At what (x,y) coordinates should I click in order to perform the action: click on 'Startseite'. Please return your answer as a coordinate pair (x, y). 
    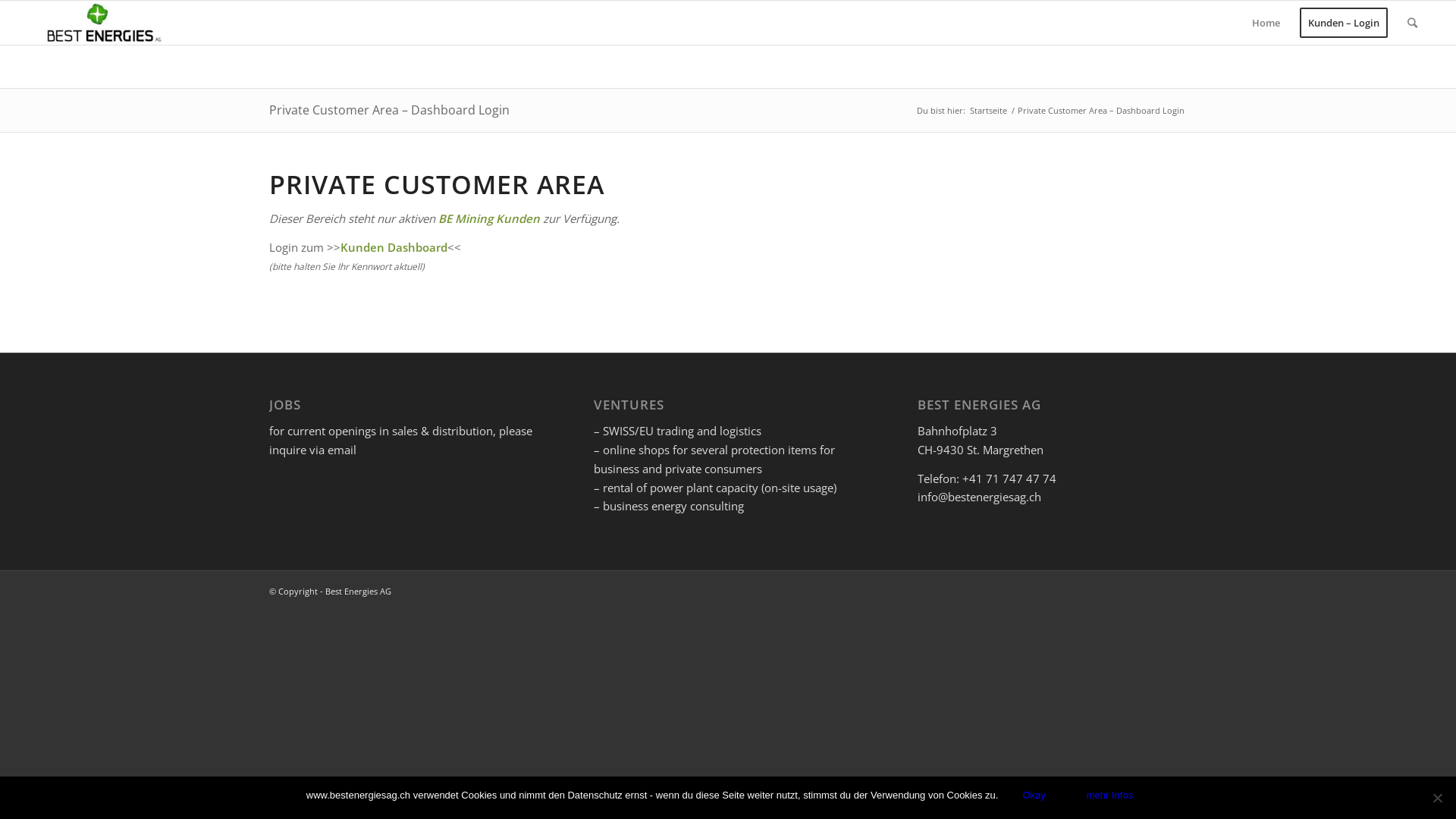
    Looking at the image, I should click on (988, 109).